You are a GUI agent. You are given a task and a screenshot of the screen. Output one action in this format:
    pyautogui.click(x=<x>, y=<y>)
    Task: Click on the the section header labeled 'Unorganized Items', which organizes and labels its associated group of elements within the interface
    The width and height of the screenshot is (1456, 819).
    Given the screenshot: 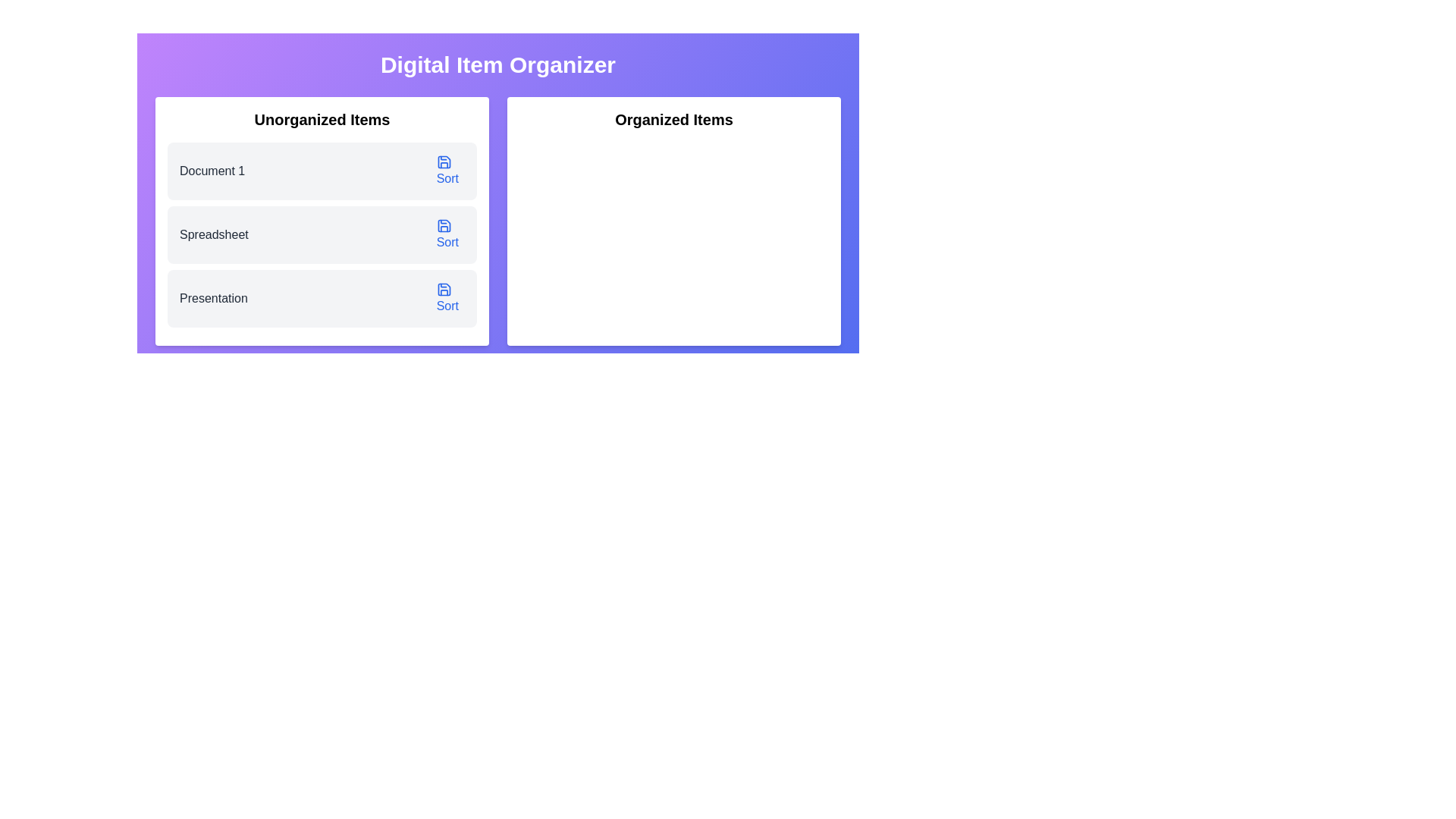 What is the action you would take?
    pyautogui.click(x=322, y=119)
    